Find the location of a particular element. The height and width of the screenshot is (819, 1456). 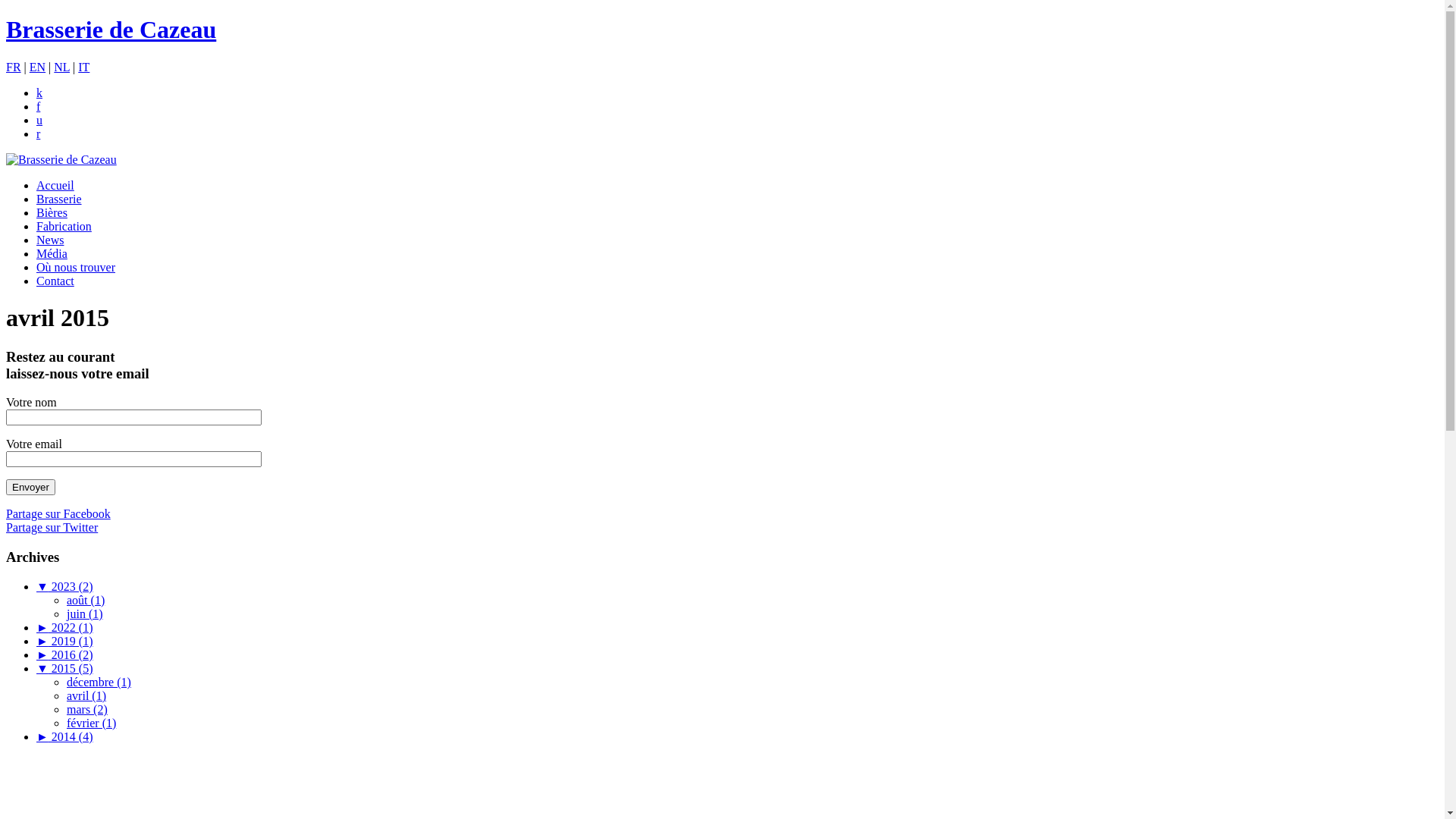

'Brasserie de Cazeau' is located at coordinates (61, 159).